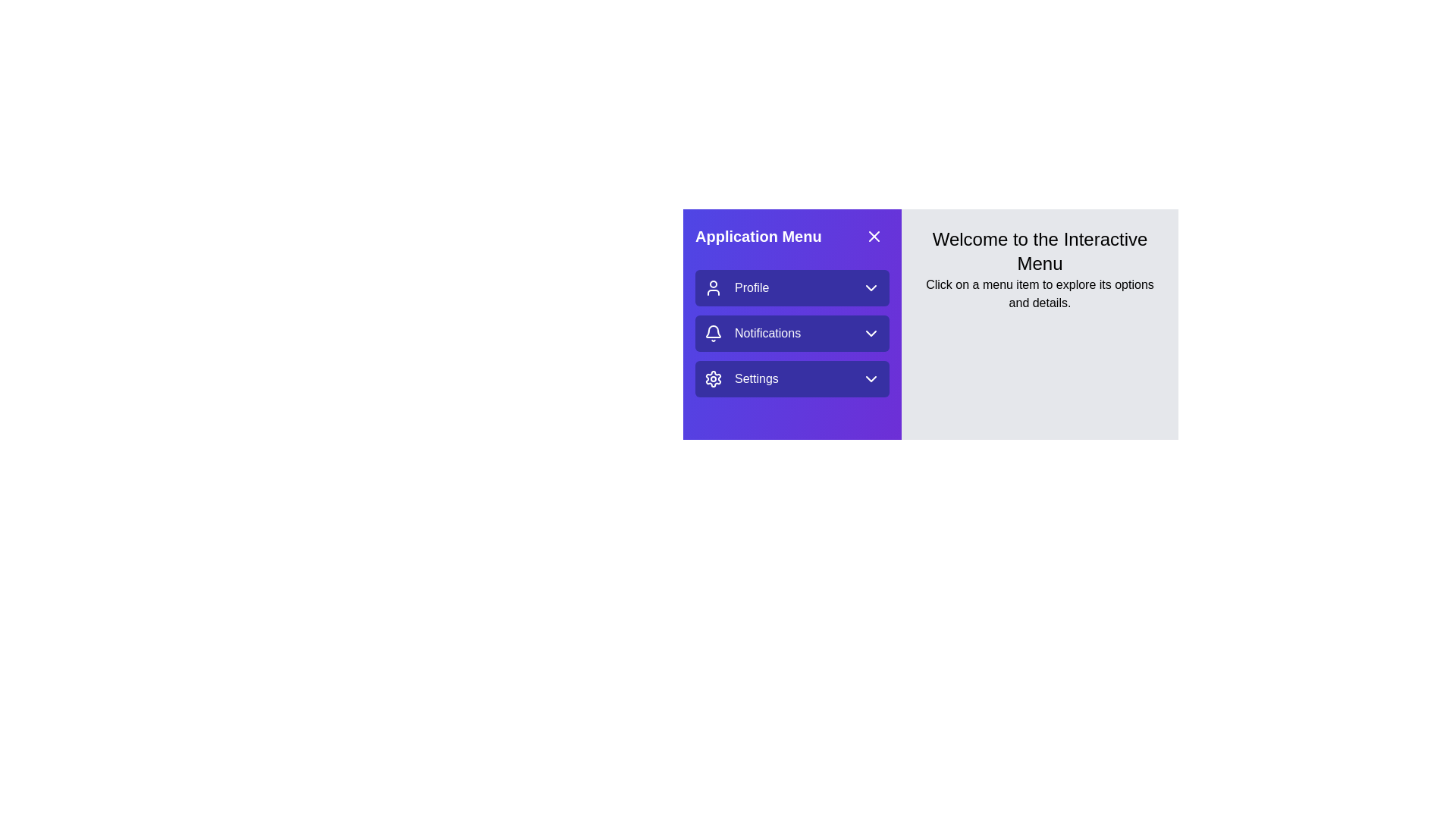 The width and height of the screenshot is (1456, 819). What do you see at coordinates (712, 378) in the screenshot?
I see `the gear icon representing the settings menu` at bounding box center [712, 378].